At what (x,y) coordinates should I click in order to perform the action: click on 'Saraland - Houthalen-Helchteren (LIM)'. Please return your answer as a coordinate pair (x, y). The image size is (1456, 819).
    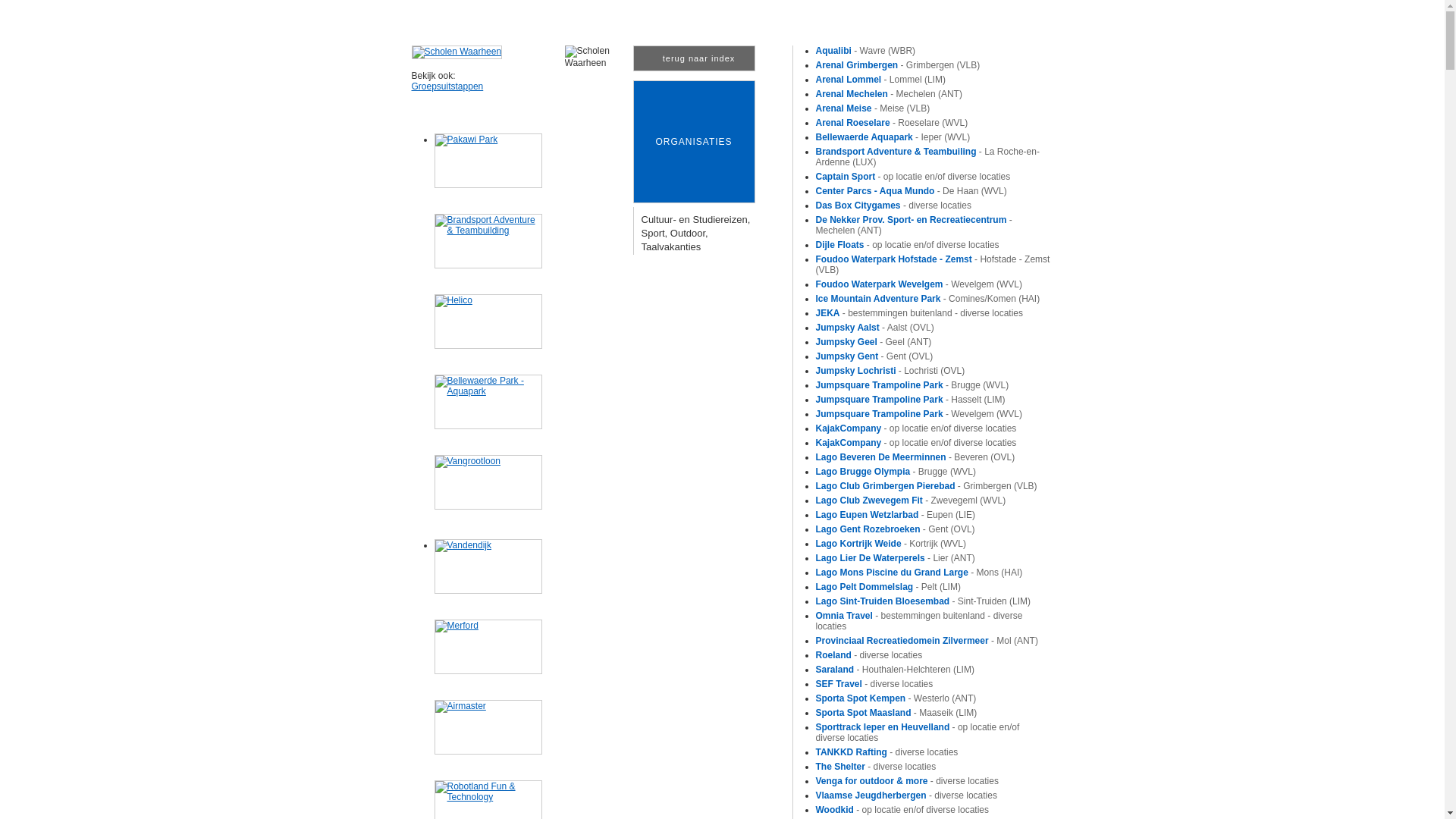
    Looking at the image, I should click on (895, 669).